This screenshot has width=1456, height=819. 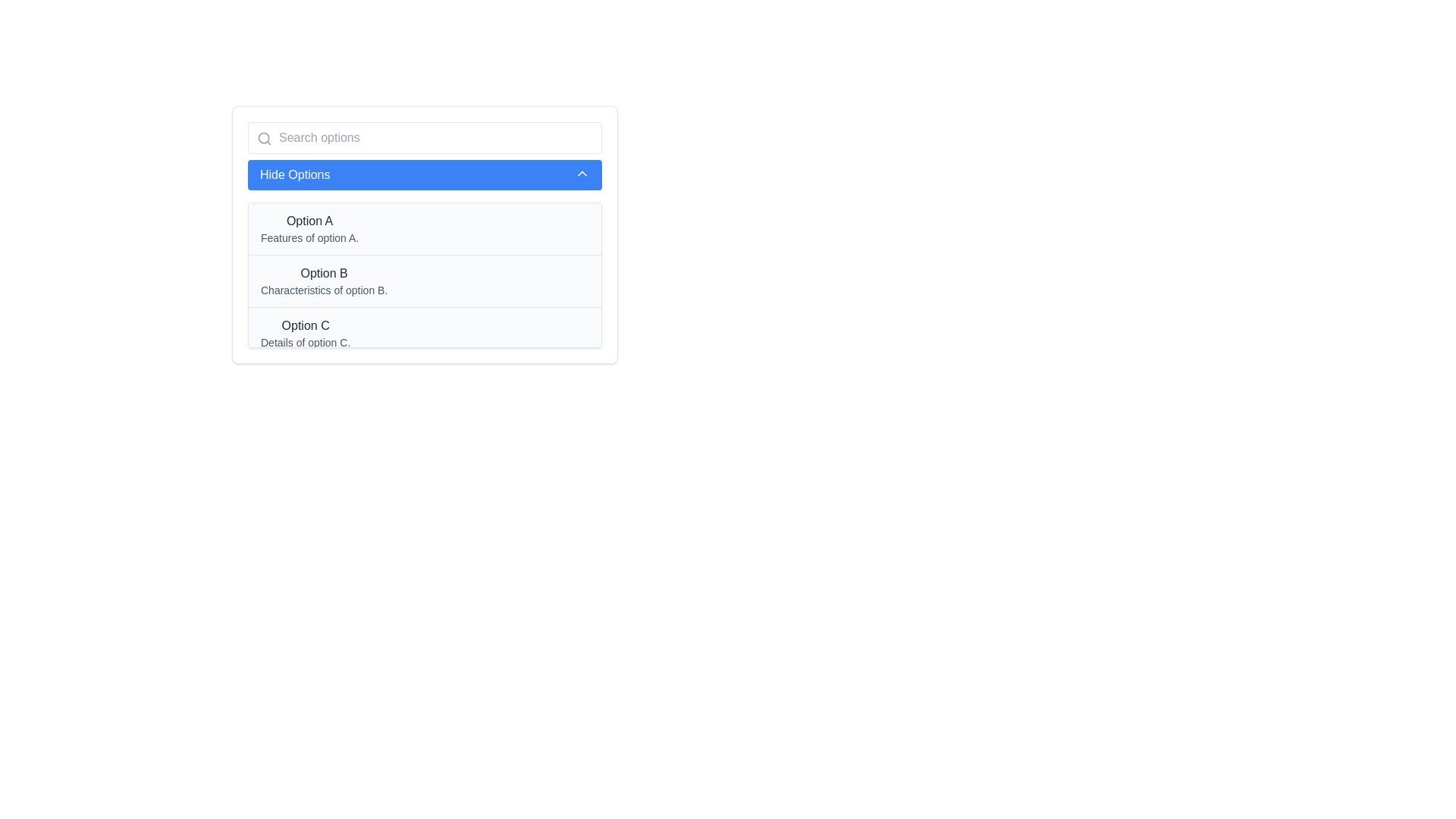 I want to click on the decorative circle component of the magnifying glass icon located in the top-left corner of the popup element, so click(x=264, y=138).